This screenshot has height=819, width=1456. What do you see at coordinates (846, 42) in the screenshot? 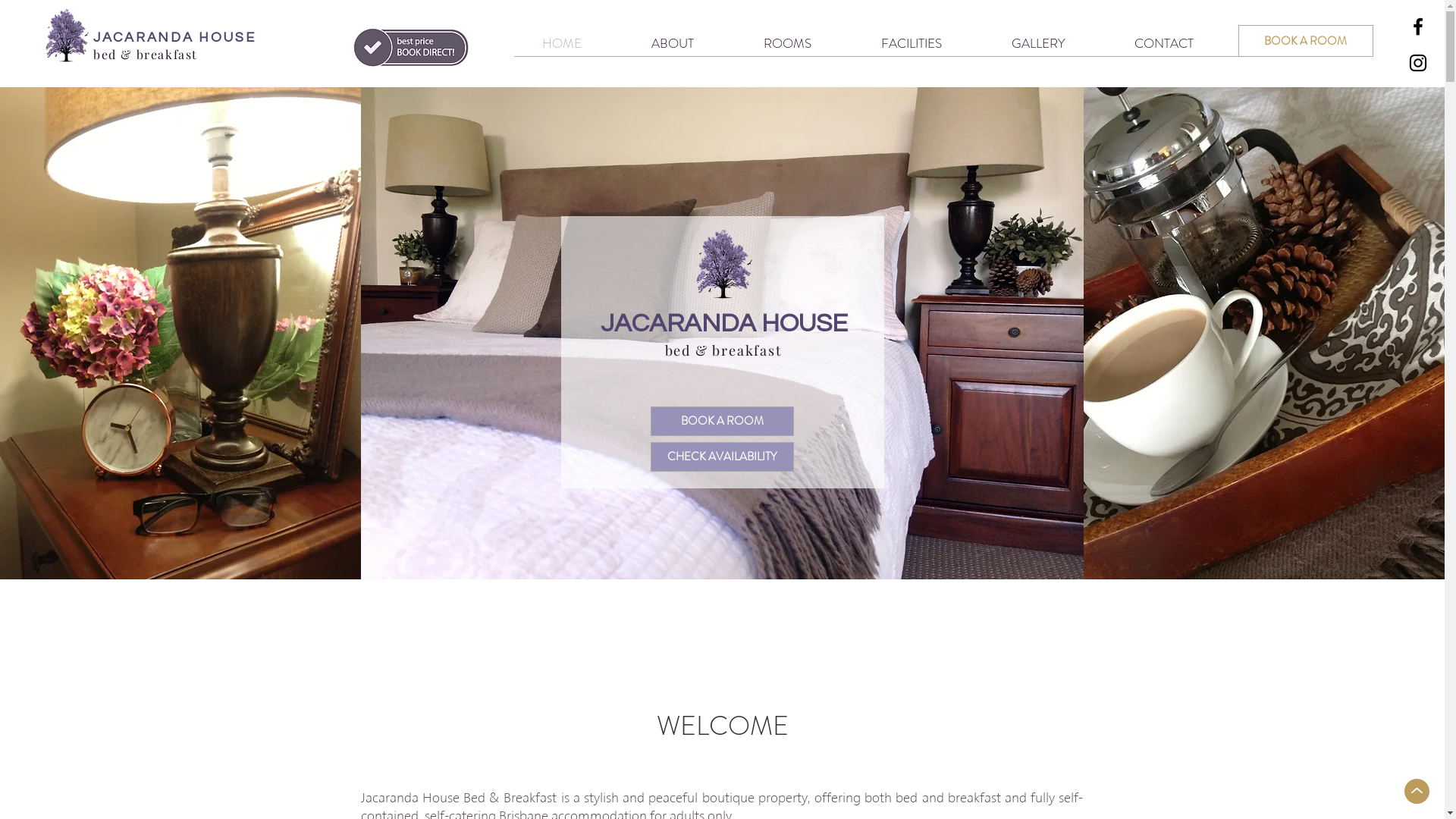
I see `'FACILITIES'` at bounding box center [846, 42].